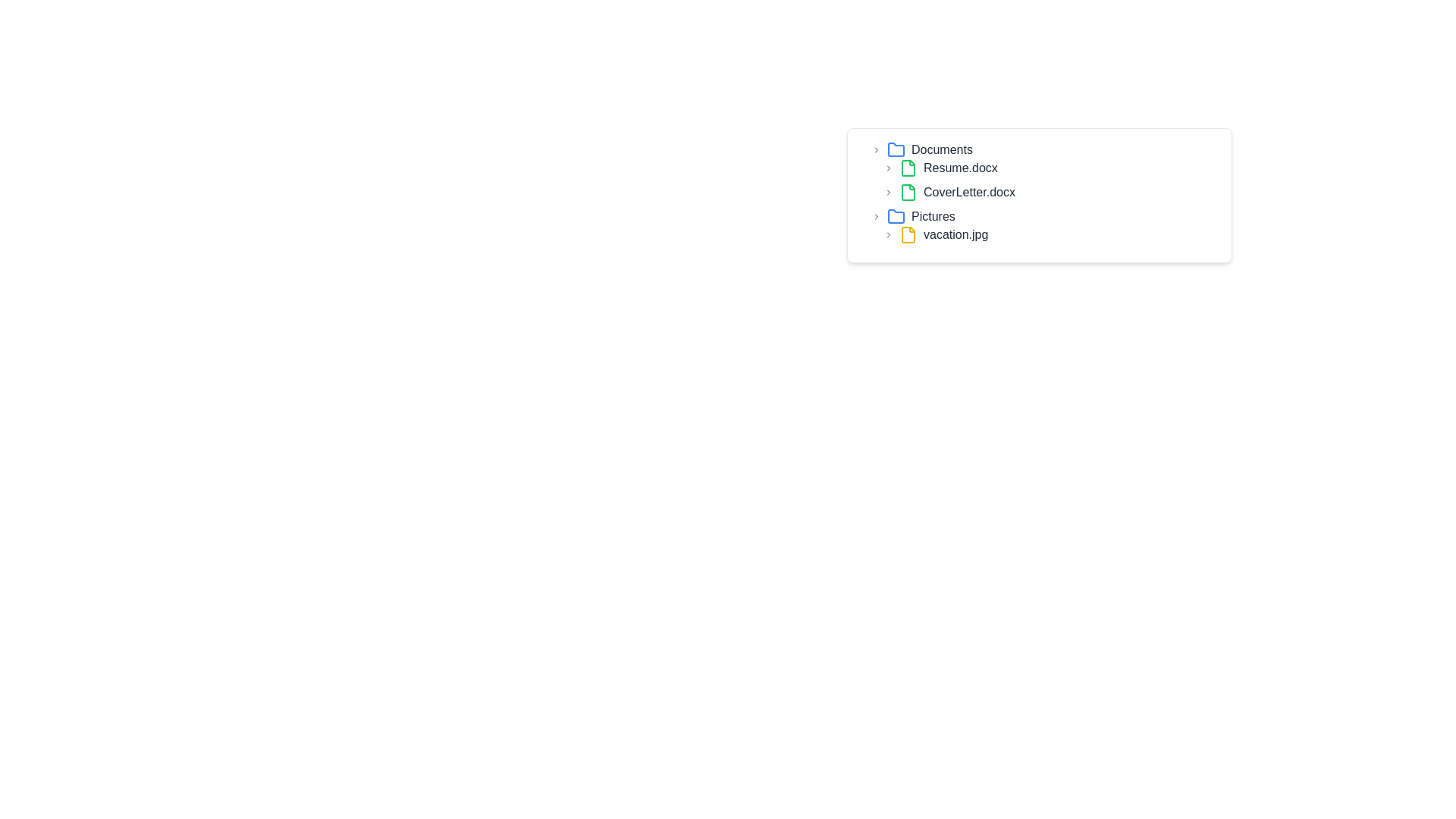 The height and width of the screenshot is (819, 1456). What do you see at coordinates (896, 216) in the screenshot?
I see `the folder icon with a blue outline and light interior, which is the second folder icon in the list, located to the left of the text label 'Pictures'` at bounding box center [896, 216].